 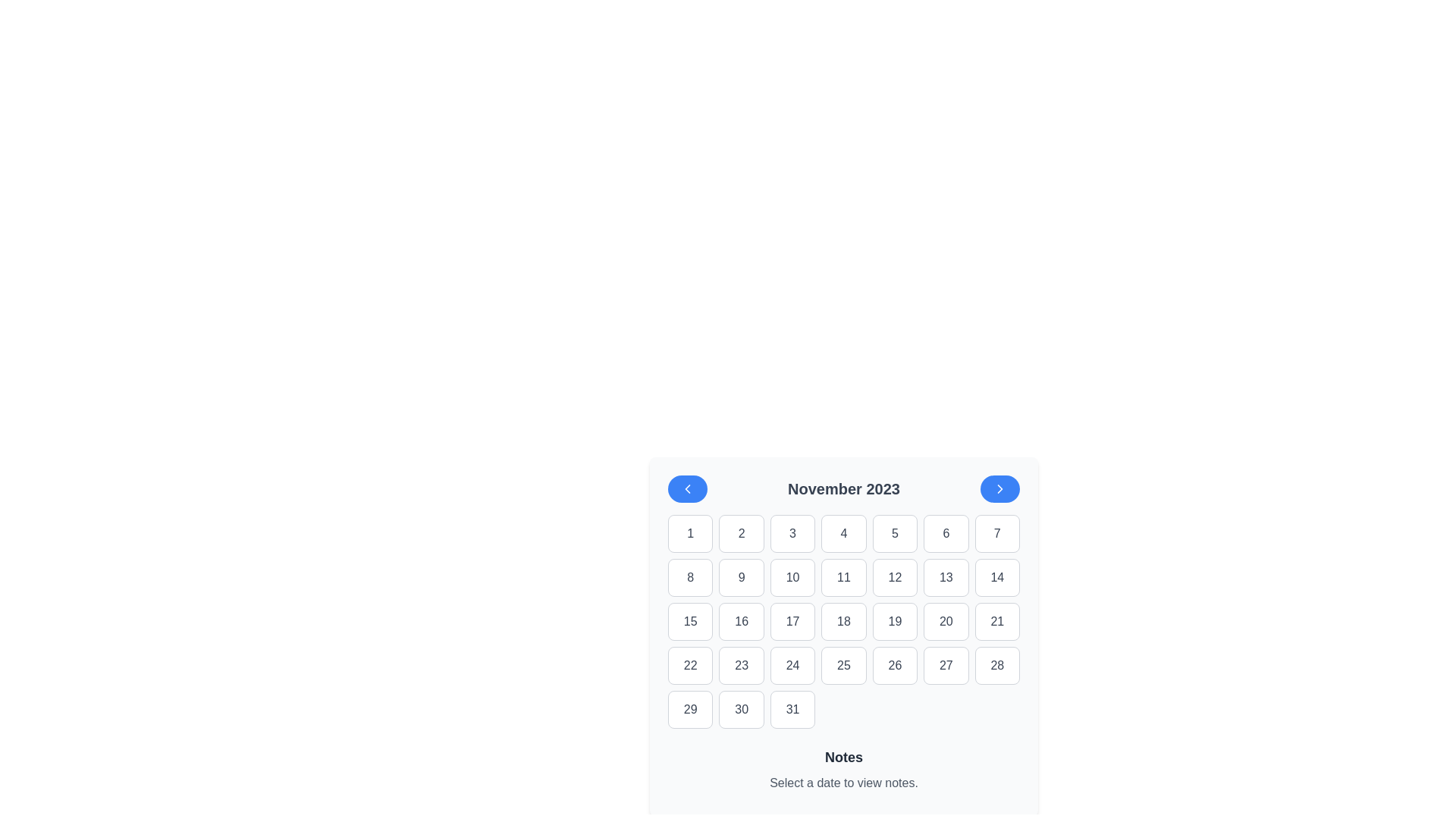 I want to click on the interactive calendar day button representing the date 24, so click(x=792, y=665).